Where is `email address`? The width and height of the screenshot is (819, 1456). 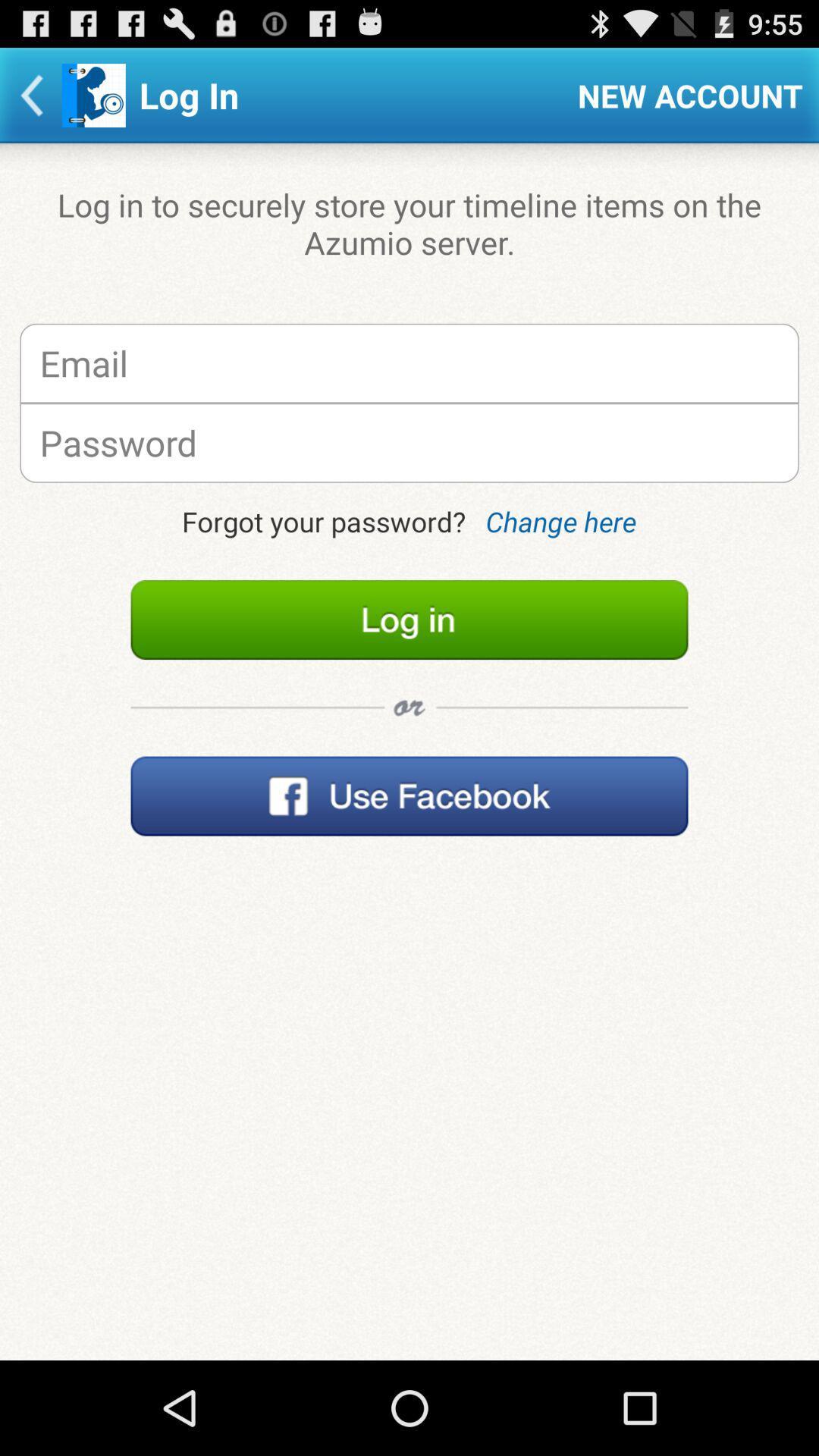
email address is located at coordinates (409, 362).